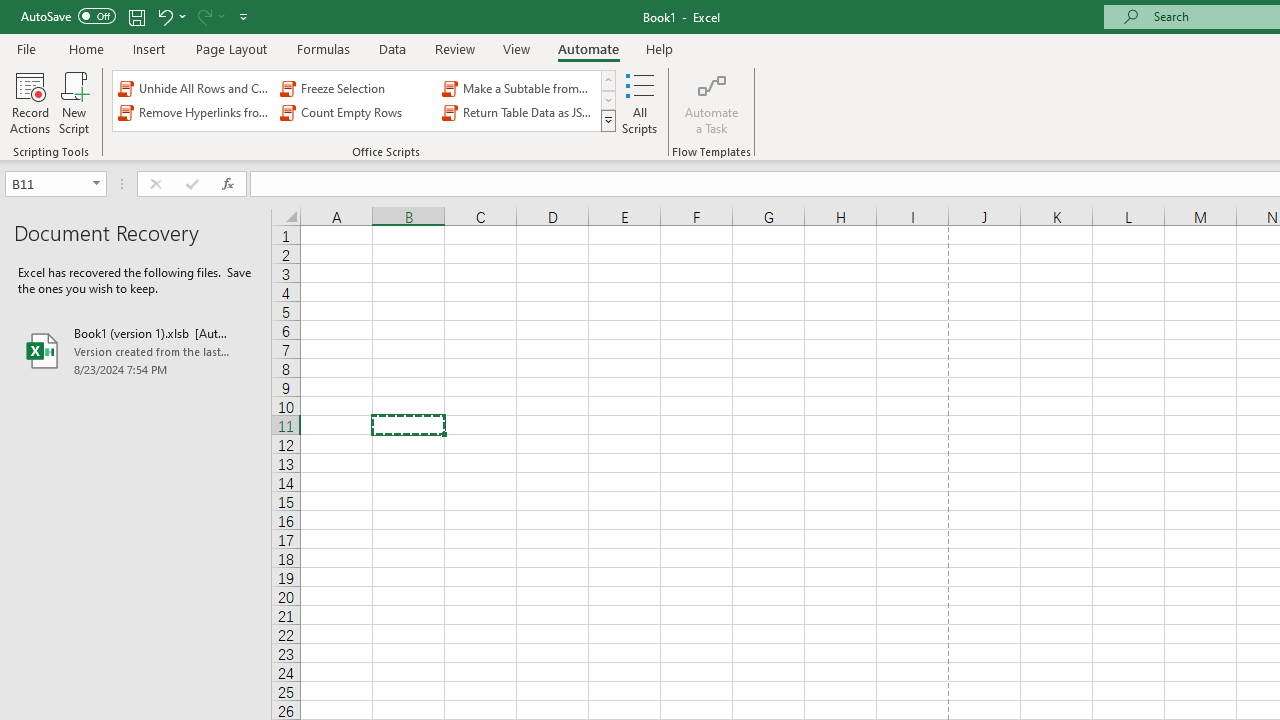 The width and height of the screenshot is (1280, 720). What do you see at coordinates (519, 113) in the screenshot?
I see `'Return Table Data as JSON'` at bounding box center [519, 113].